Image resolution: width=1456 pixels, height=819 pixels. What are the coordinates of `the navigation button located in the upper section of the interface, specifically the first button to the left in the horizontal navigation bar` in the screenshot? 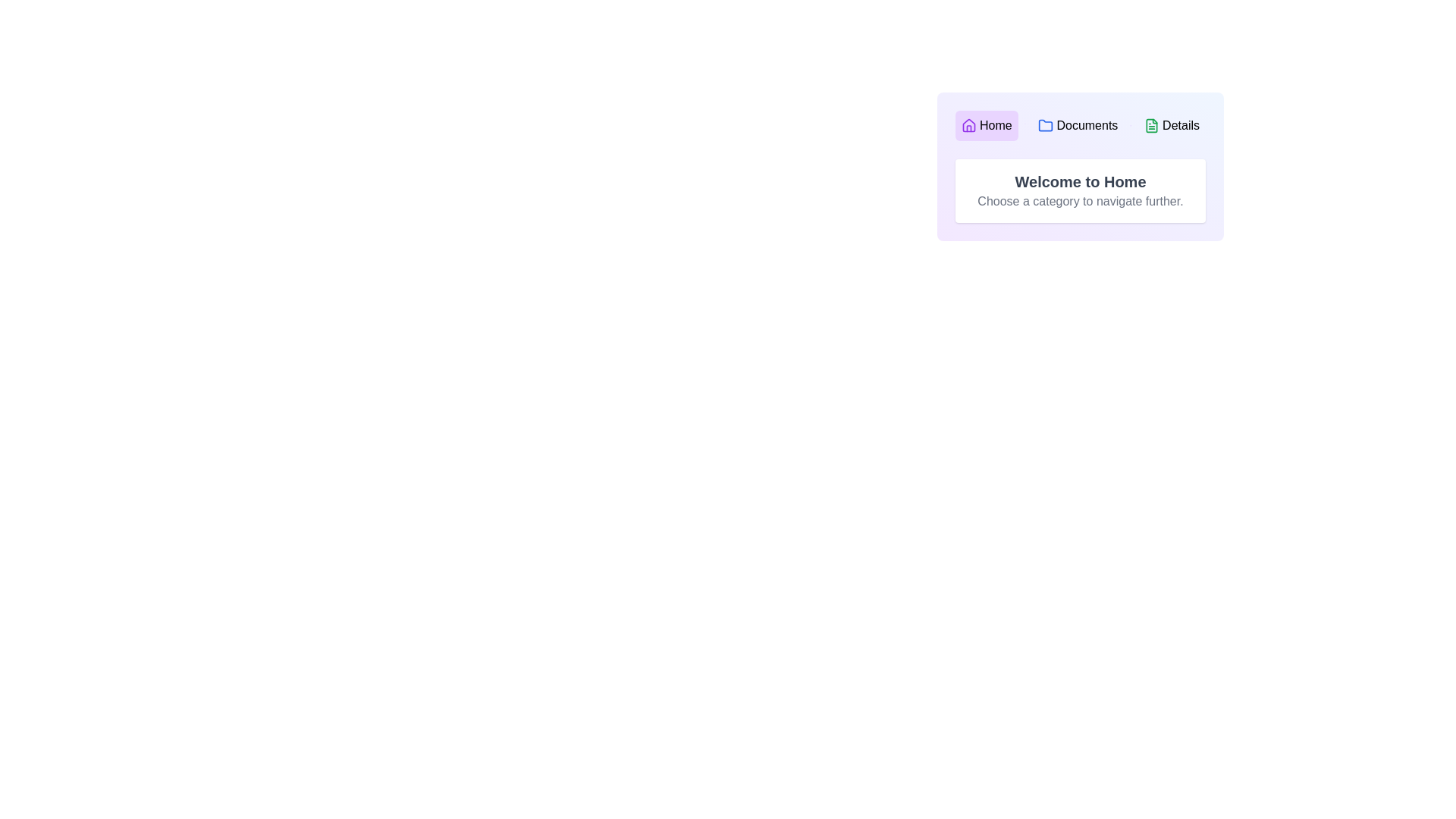 It's located at (987, 124).